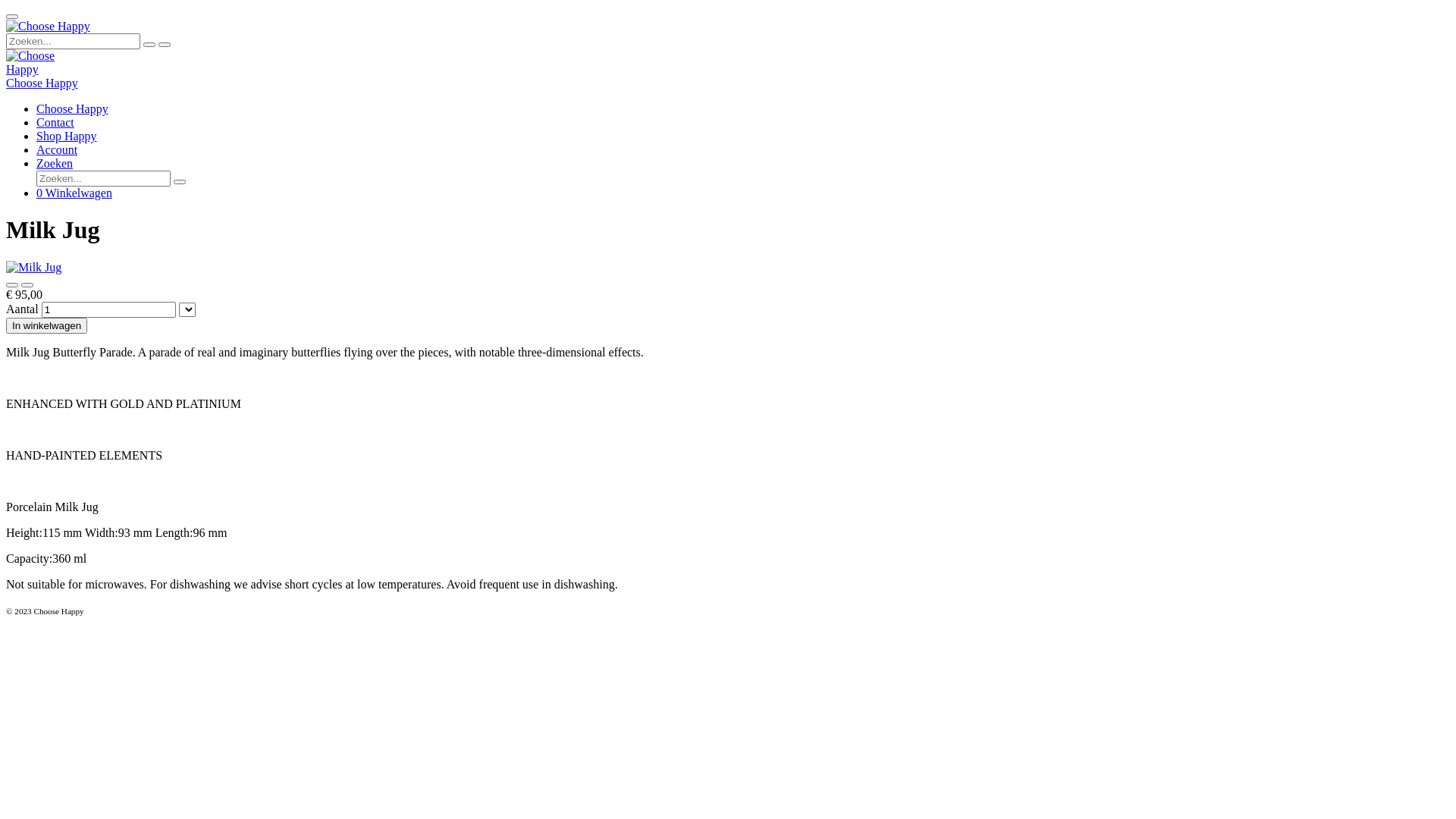 The image size is (1456, 819). I want to click on 'Choose Happy', so click(48, 26).